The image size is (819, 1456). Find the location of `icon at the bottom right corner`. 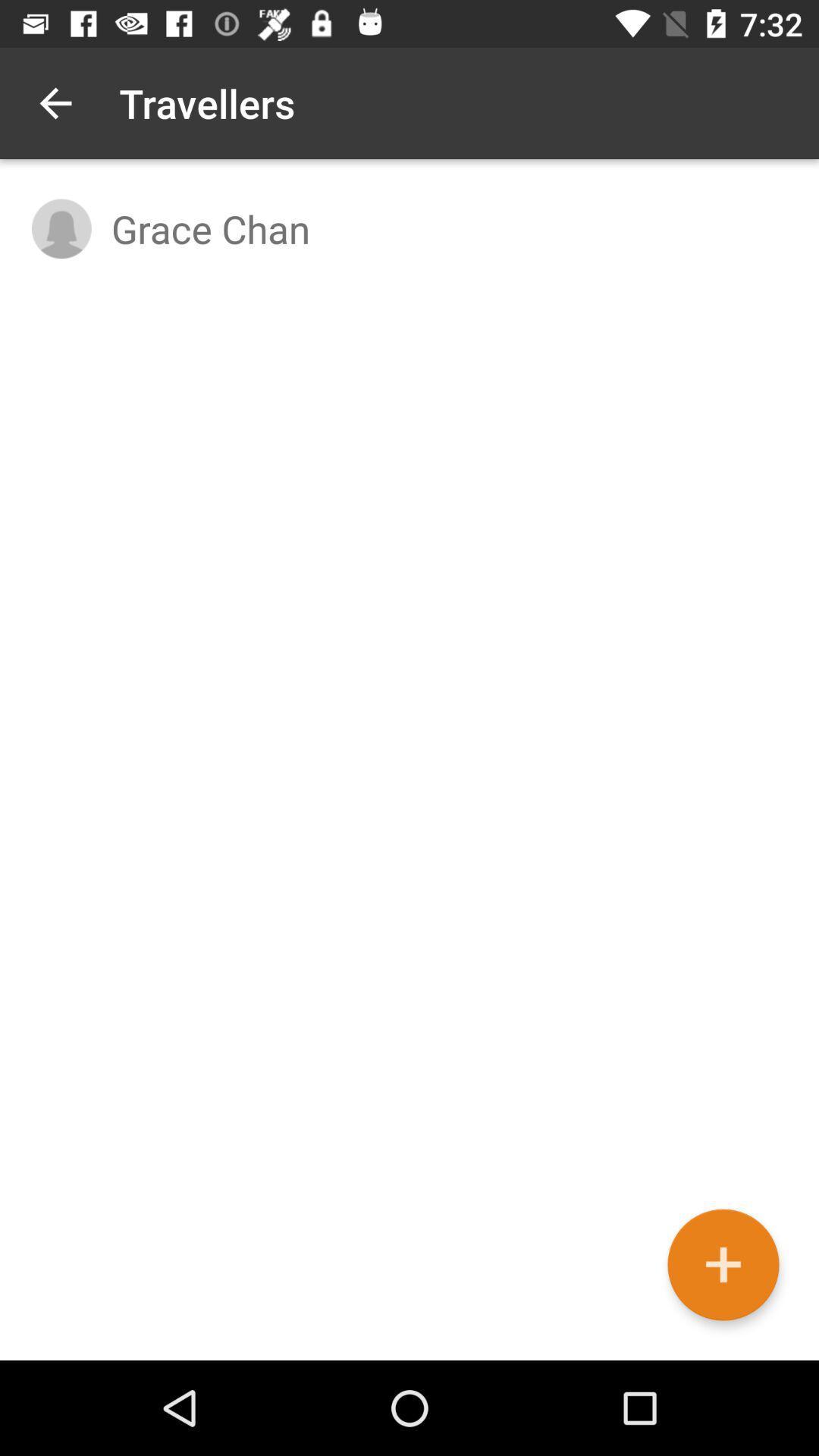

icon at the bottom right corner is located at coordinates (722, 1265).